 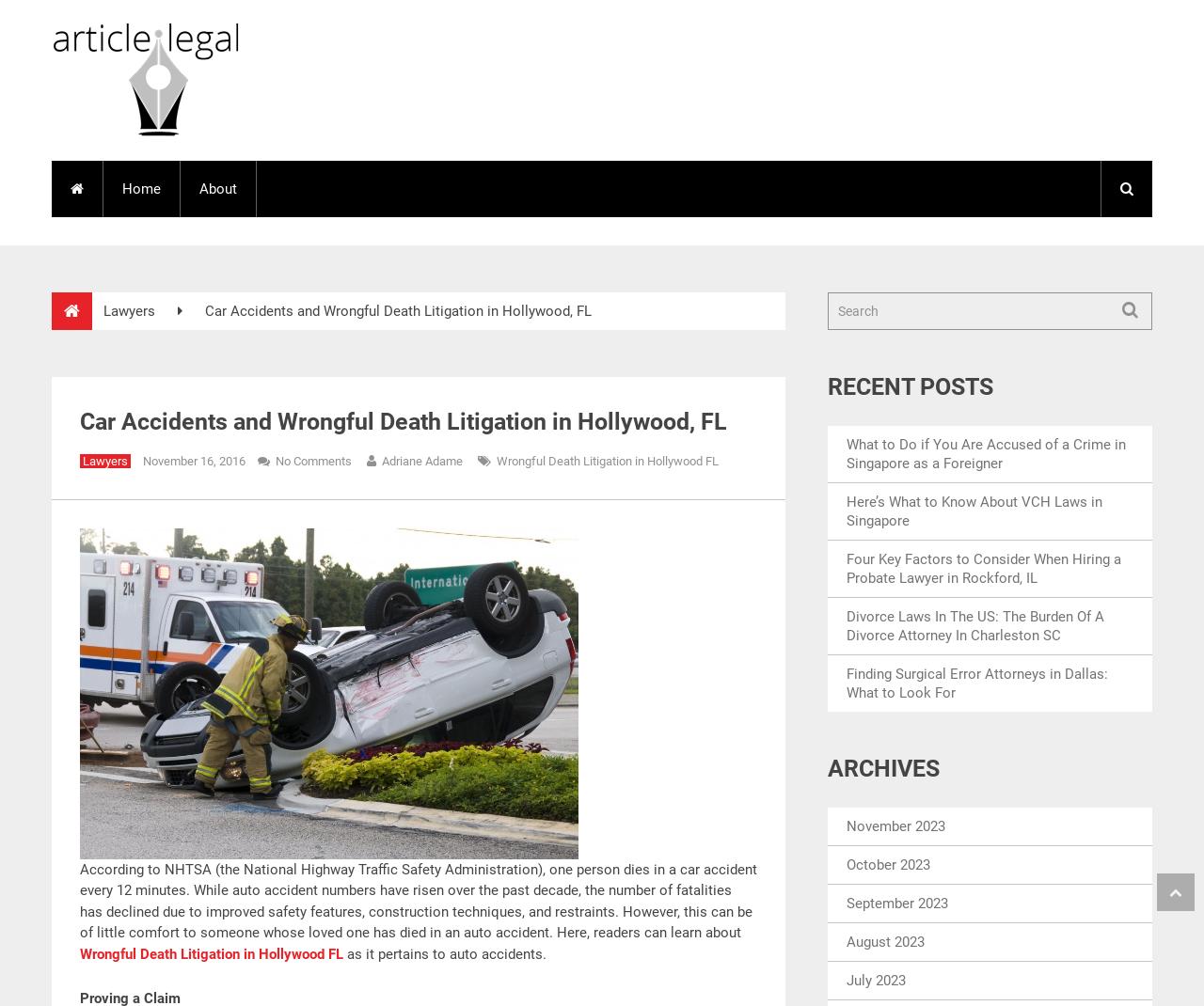 I want to click on 'According to NHTSA (the National Highway Traffic Safety Administration), one person dies in a car accident every 12 minutes. While auto accident numbers have risen over the past decade, the number of fatalities has declined due to improved safety features, construction techniques, and restraints. However, this can be of little comfort to someone whose loved one has died in an auto accident. Here, readers can learn about', so click(x=418, y=899).